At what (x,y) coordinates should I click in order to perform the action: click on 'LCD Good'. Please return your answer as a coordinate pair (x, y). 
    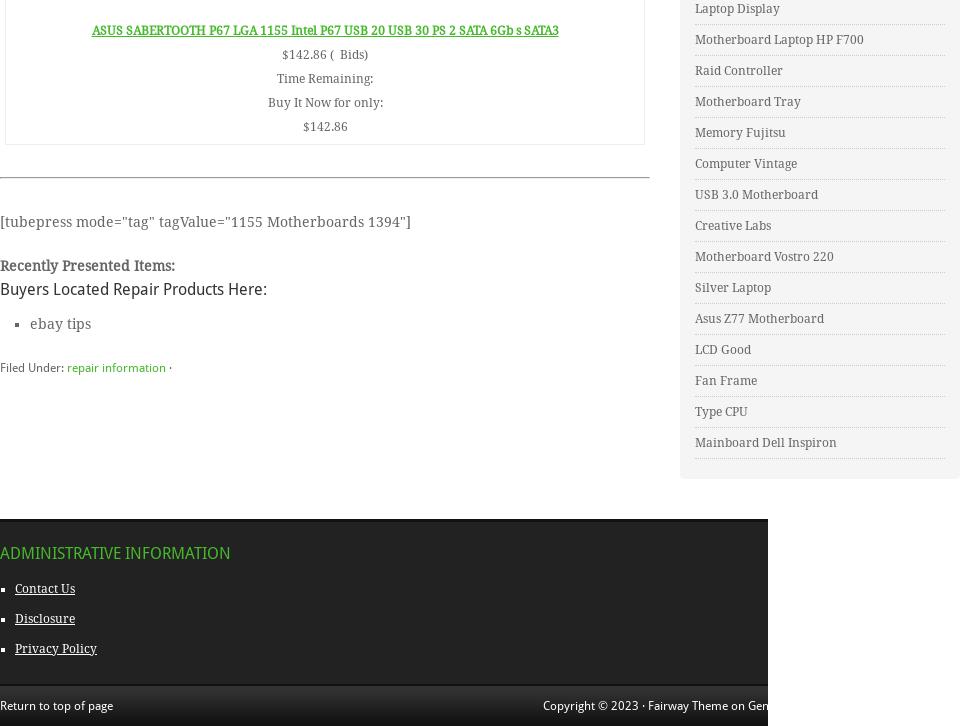
    Looking at the image, I should click on (721, 349).